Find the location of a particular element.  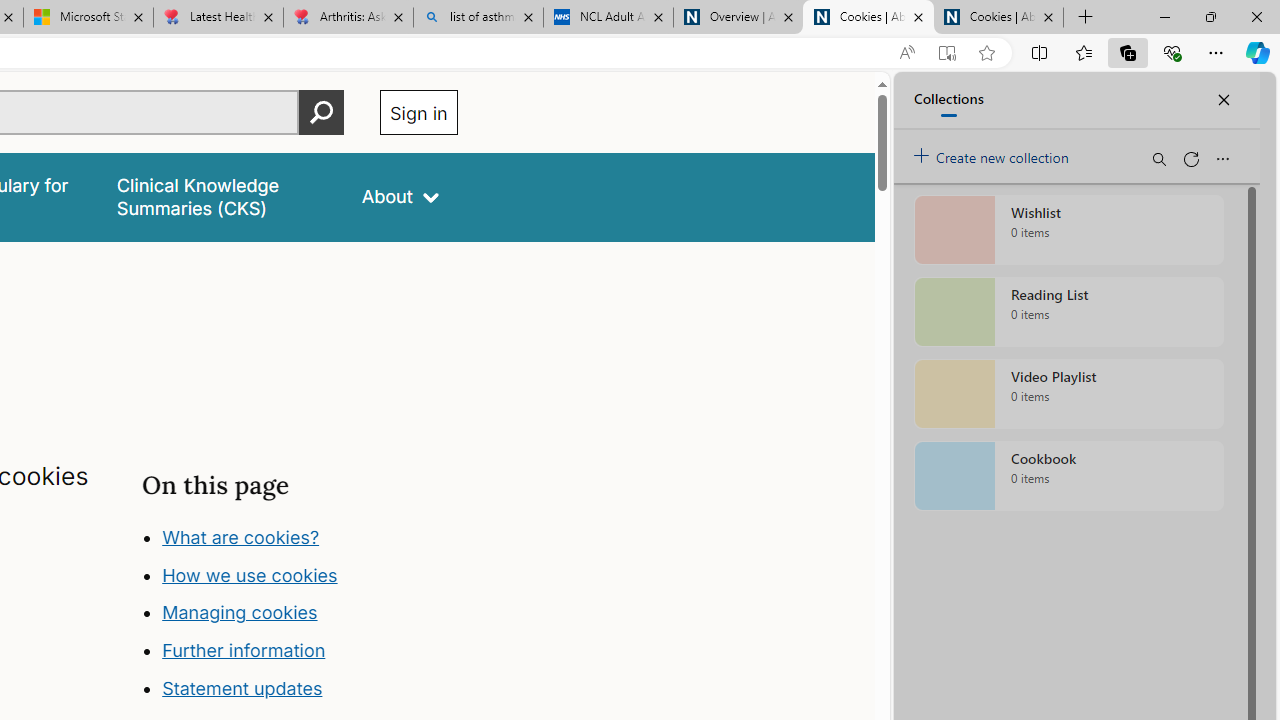

'false' is located at coordinates (221, 197).